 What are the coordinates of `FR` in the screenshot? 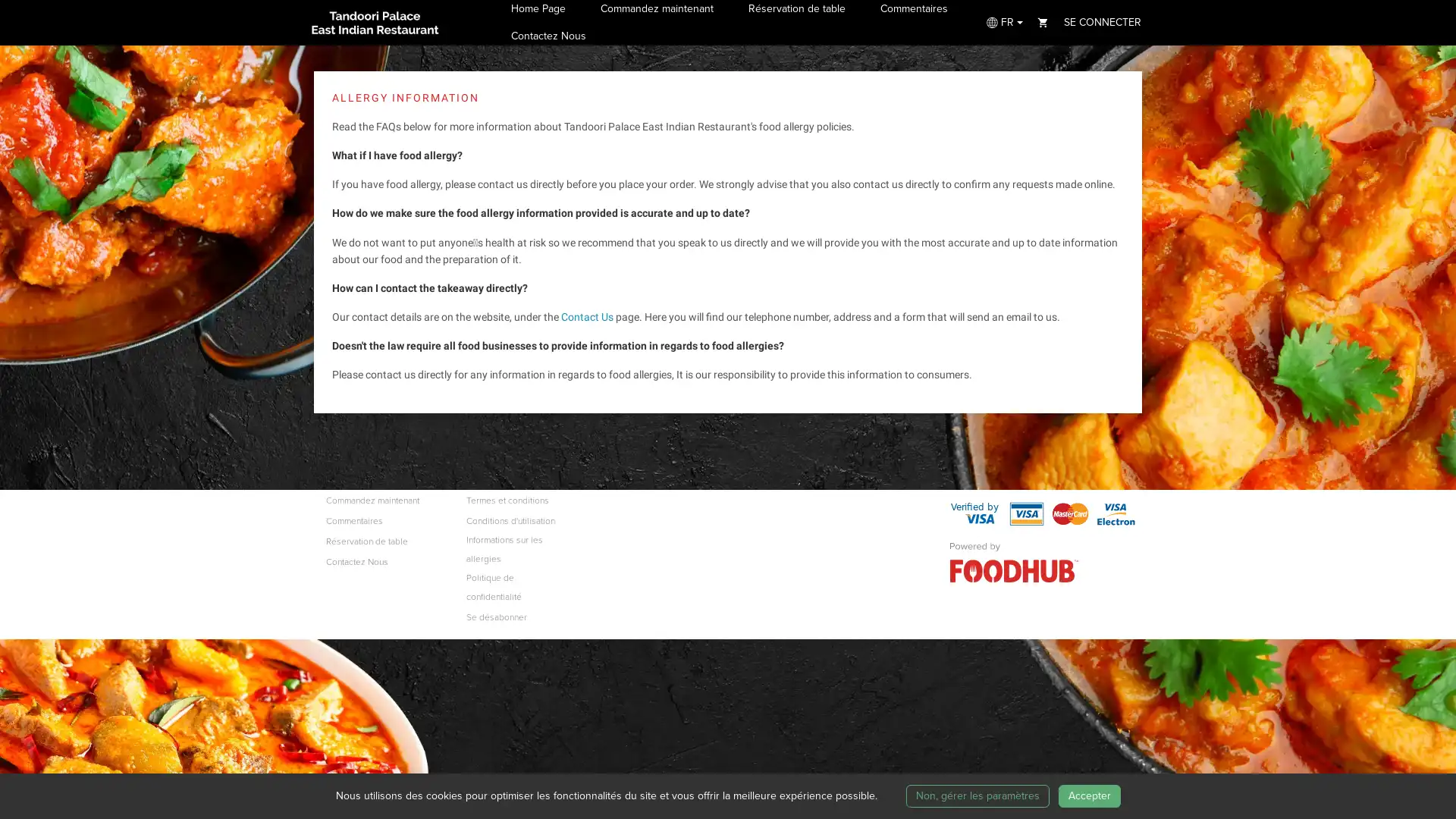 It's located at (1003, 22).